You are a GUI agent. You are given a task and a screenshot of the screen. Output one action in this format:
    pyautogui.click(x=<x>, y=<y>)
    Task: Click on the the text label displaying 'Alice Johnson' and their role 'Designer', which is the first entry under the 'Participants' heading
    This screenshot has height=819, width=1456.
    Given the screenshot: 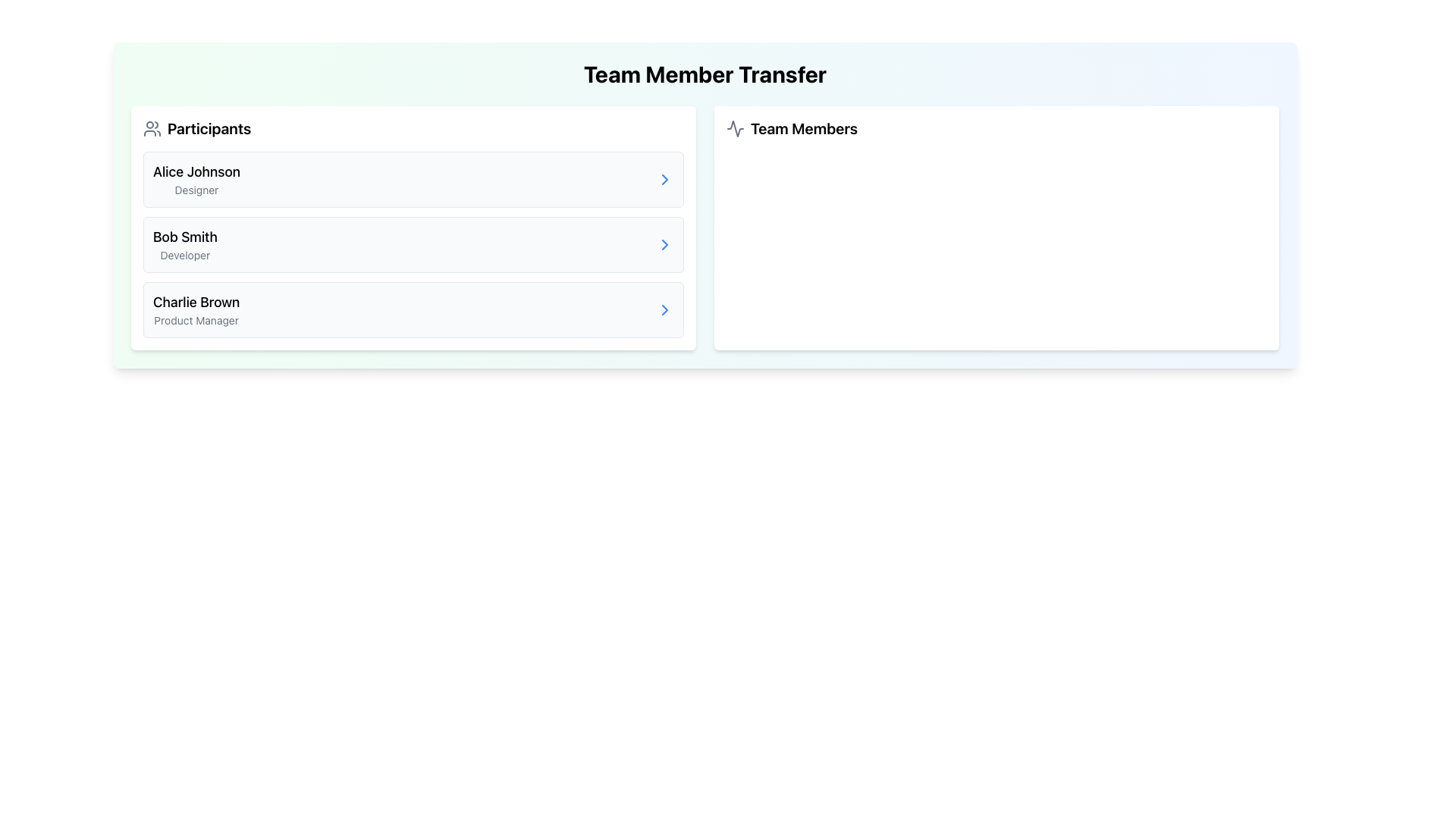 What is the action you would take?
    pyautogui.click(x=196, y=178)
    